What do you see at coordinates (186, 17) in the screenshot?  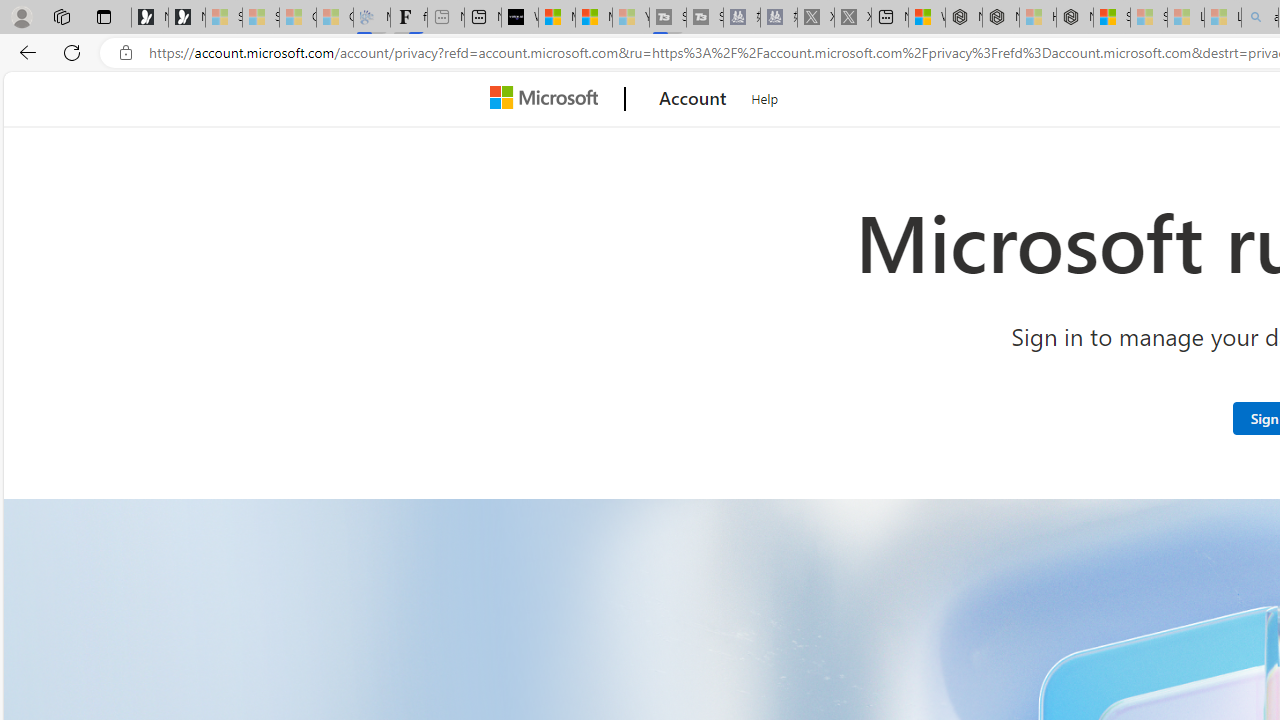 I see `'Newsletter Sign Up'` at bounding box center [186, 17].